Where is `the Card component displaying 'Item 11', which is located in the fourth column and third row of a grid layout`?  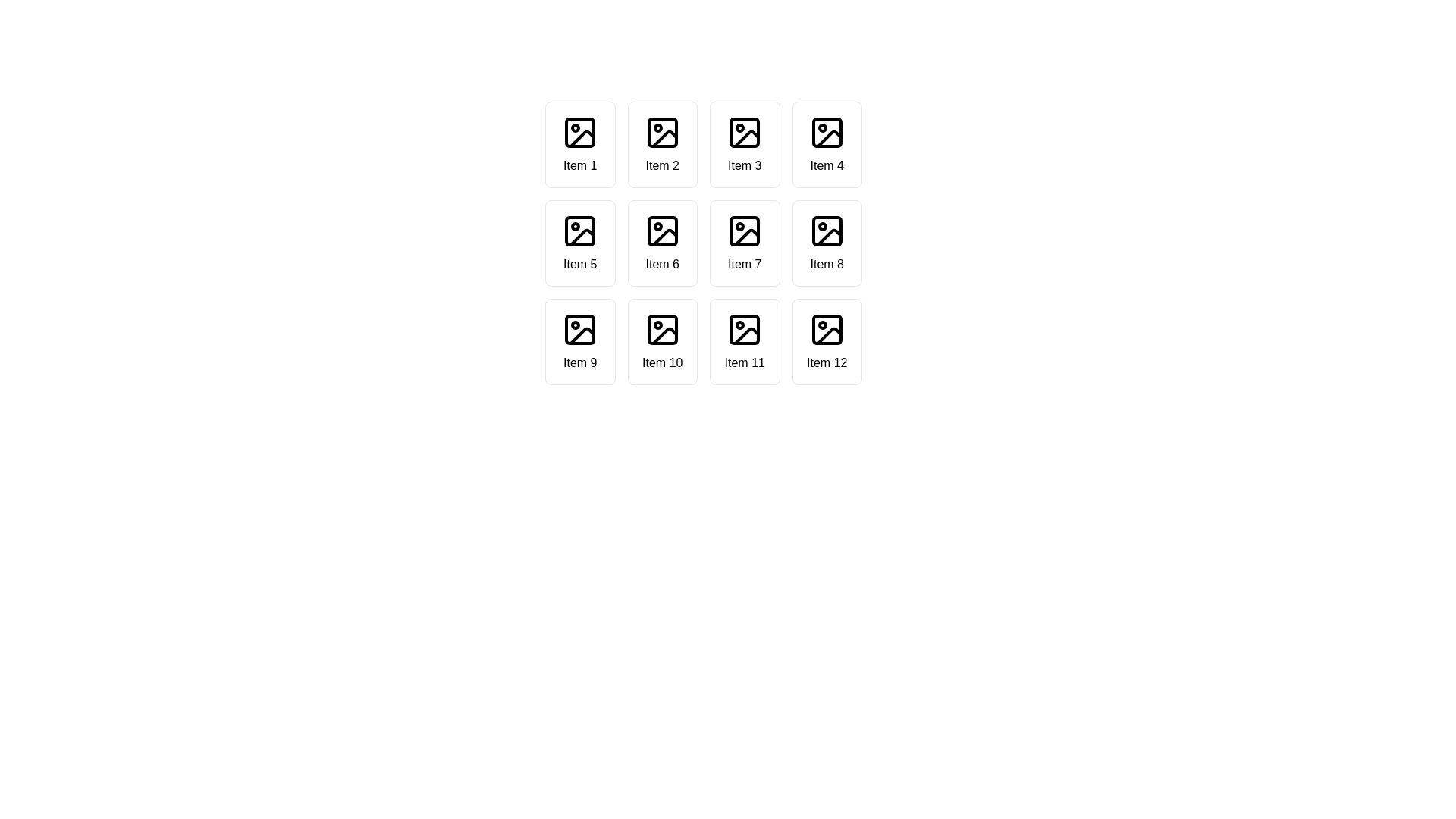
the Card component displaying 'Item 11', which is located in the fourth column and third row of a grid layout is located at coordinates (745, 342).